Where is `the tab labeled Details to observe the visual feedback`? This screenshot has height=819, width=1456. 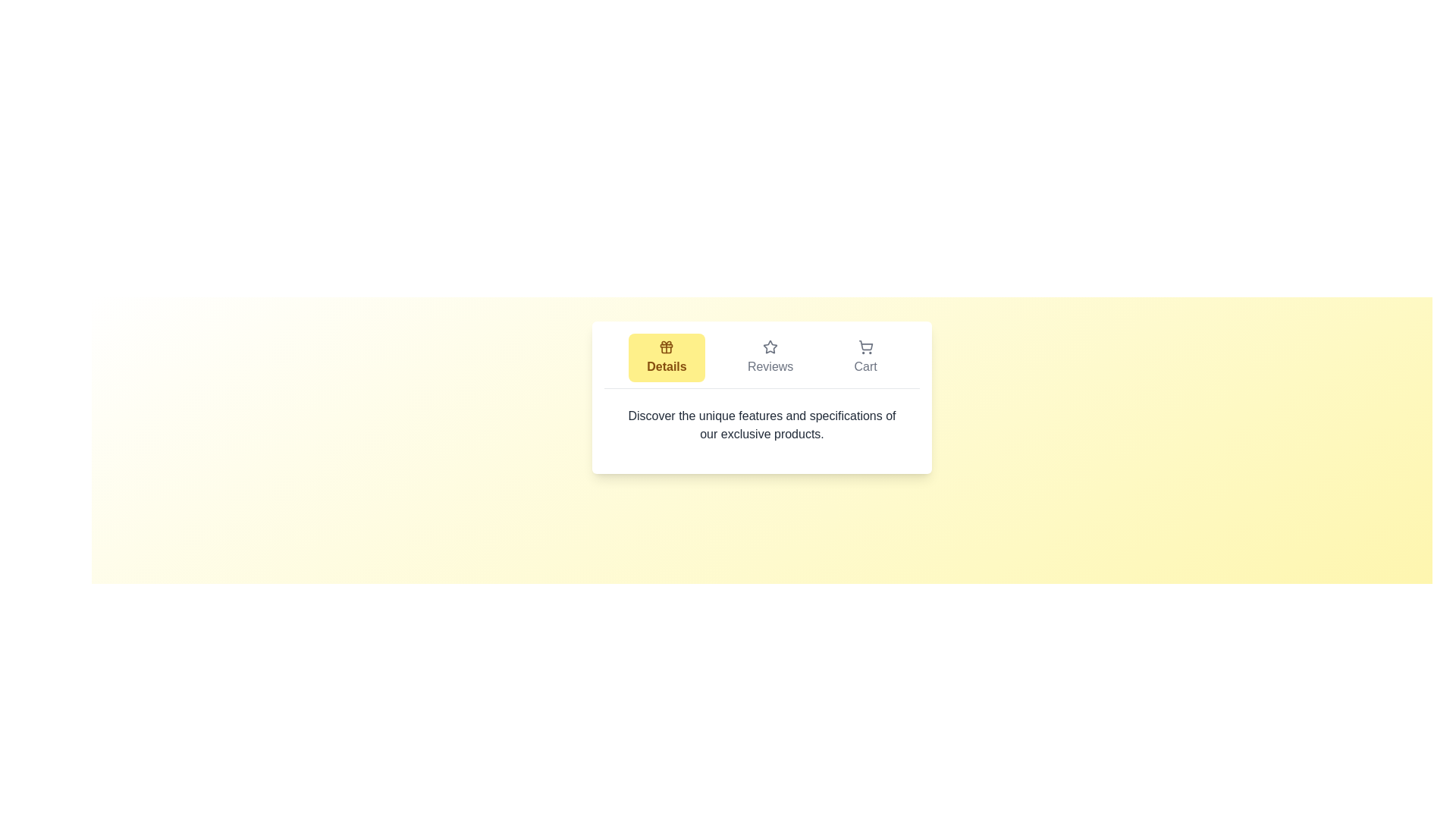 the tab labeled Details to observe the visual feedback is located at coordinates (666, 357).